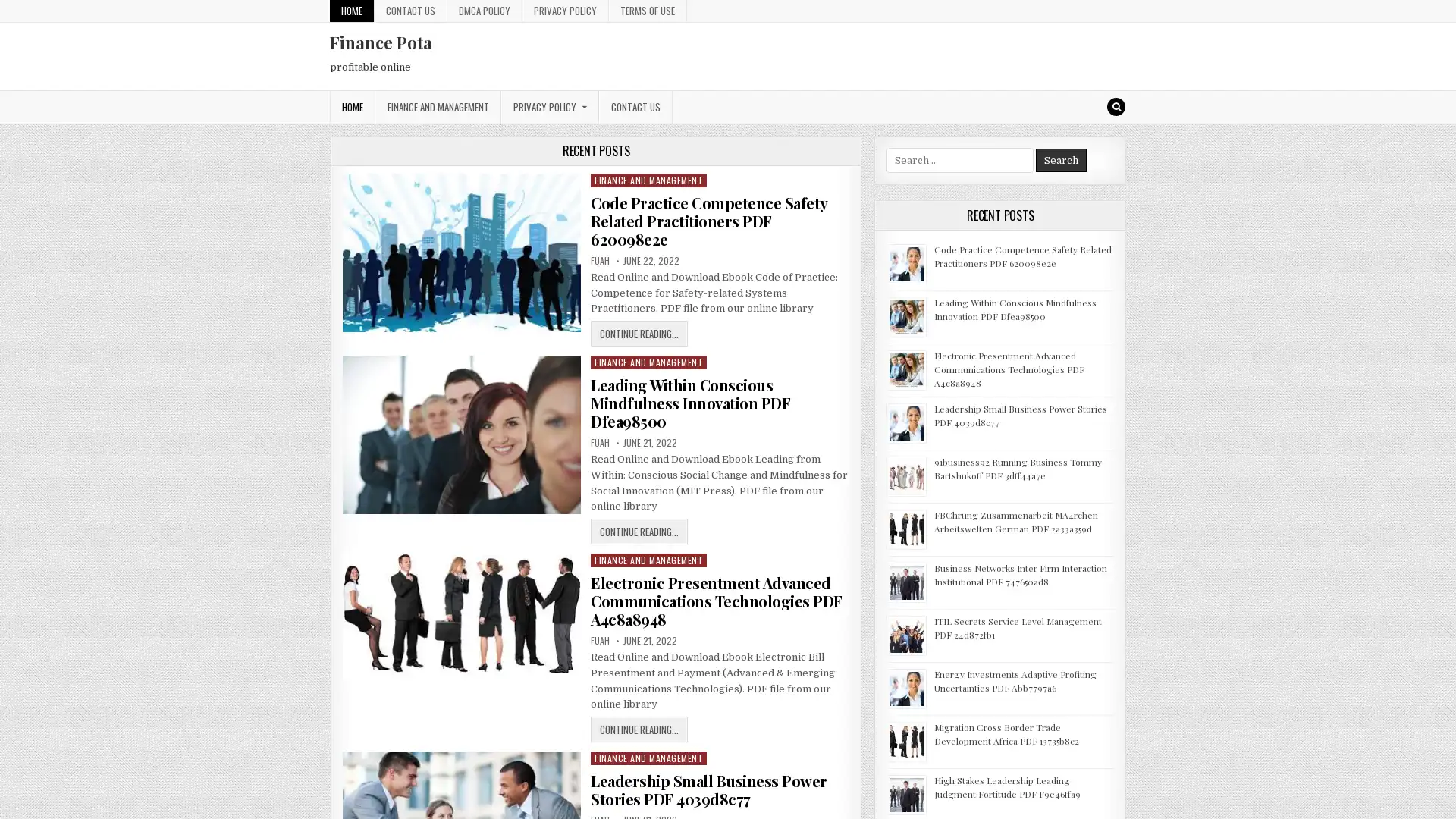  I want to click on Search, so click(1060, 160).